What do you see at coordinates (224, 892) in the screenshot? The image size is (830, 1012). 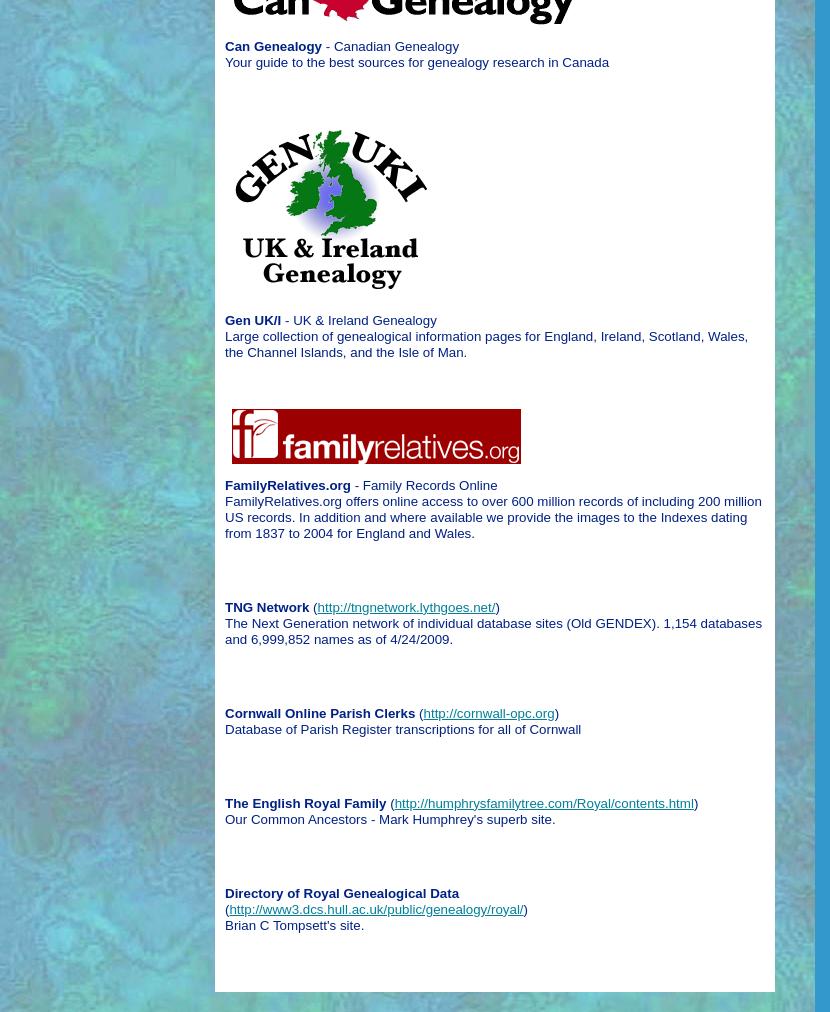 I see `'Directory of Royal Genealogical Data'` at bounding box center [224, 892].